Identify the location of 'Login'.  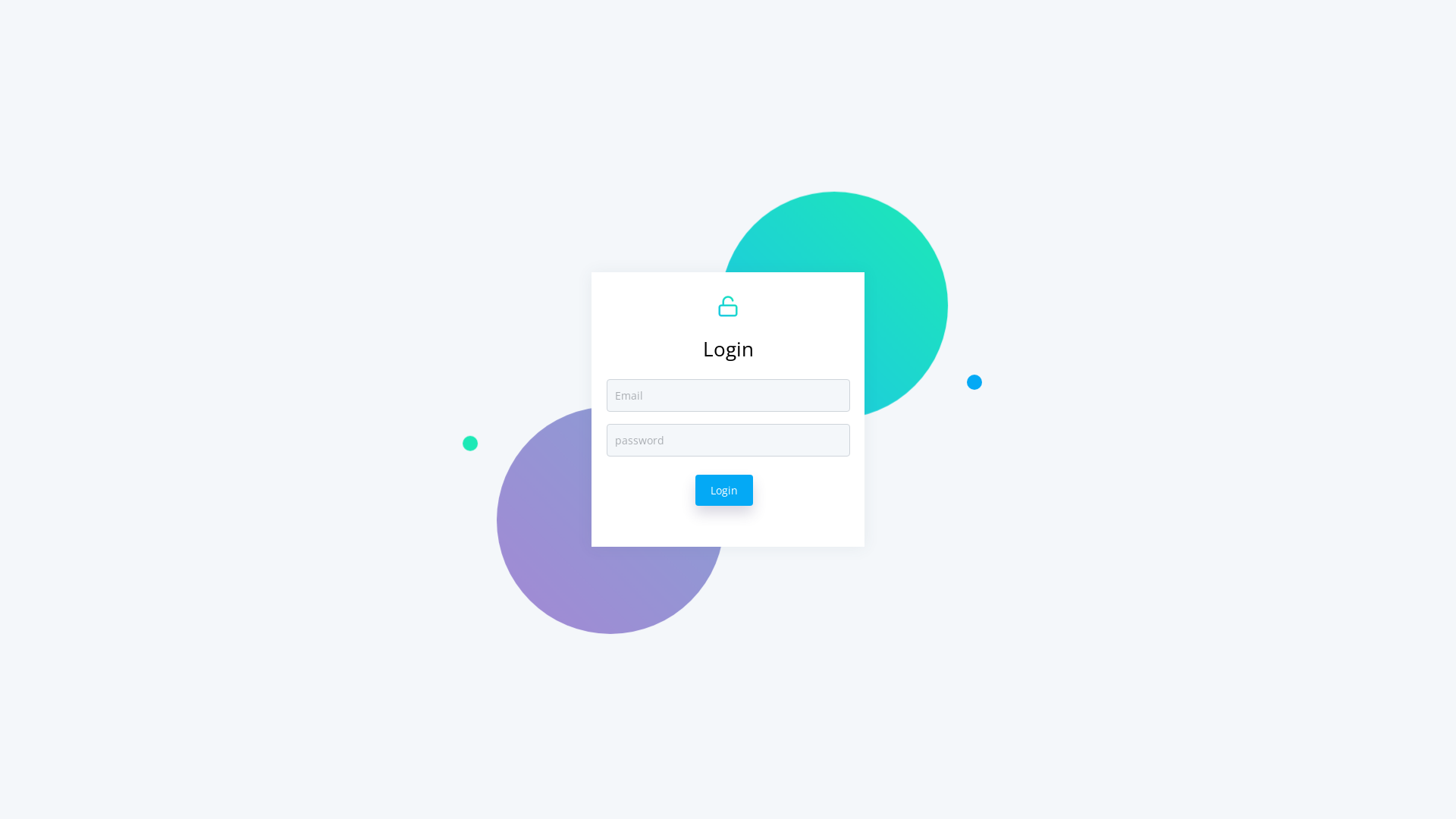
(723, 490).